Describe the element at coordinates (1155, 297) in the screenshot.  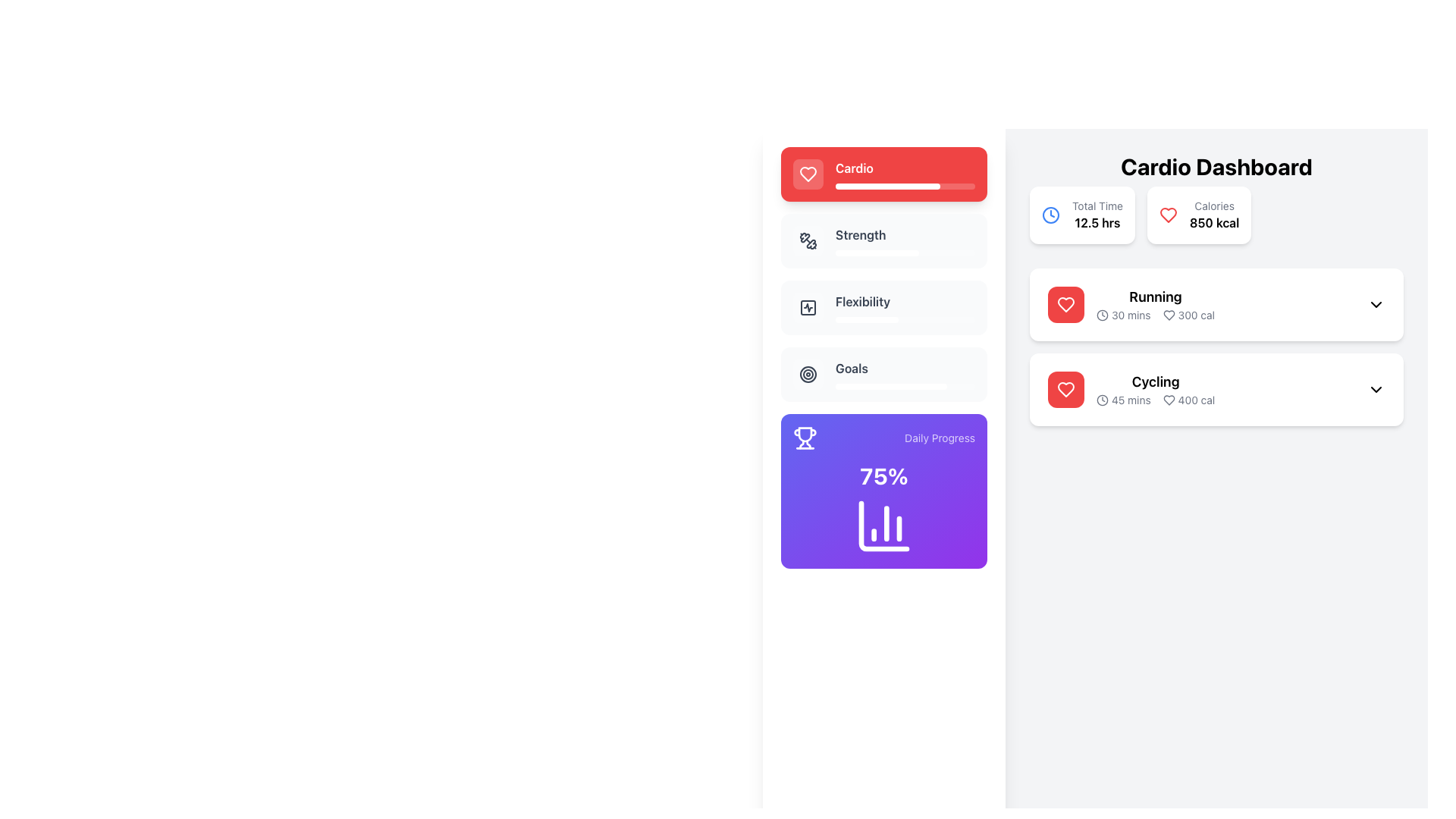
I see `the 'Running' text label displayed in bold, large font at the top of the right-side section of the Cardio Dashboard interface` at that location.